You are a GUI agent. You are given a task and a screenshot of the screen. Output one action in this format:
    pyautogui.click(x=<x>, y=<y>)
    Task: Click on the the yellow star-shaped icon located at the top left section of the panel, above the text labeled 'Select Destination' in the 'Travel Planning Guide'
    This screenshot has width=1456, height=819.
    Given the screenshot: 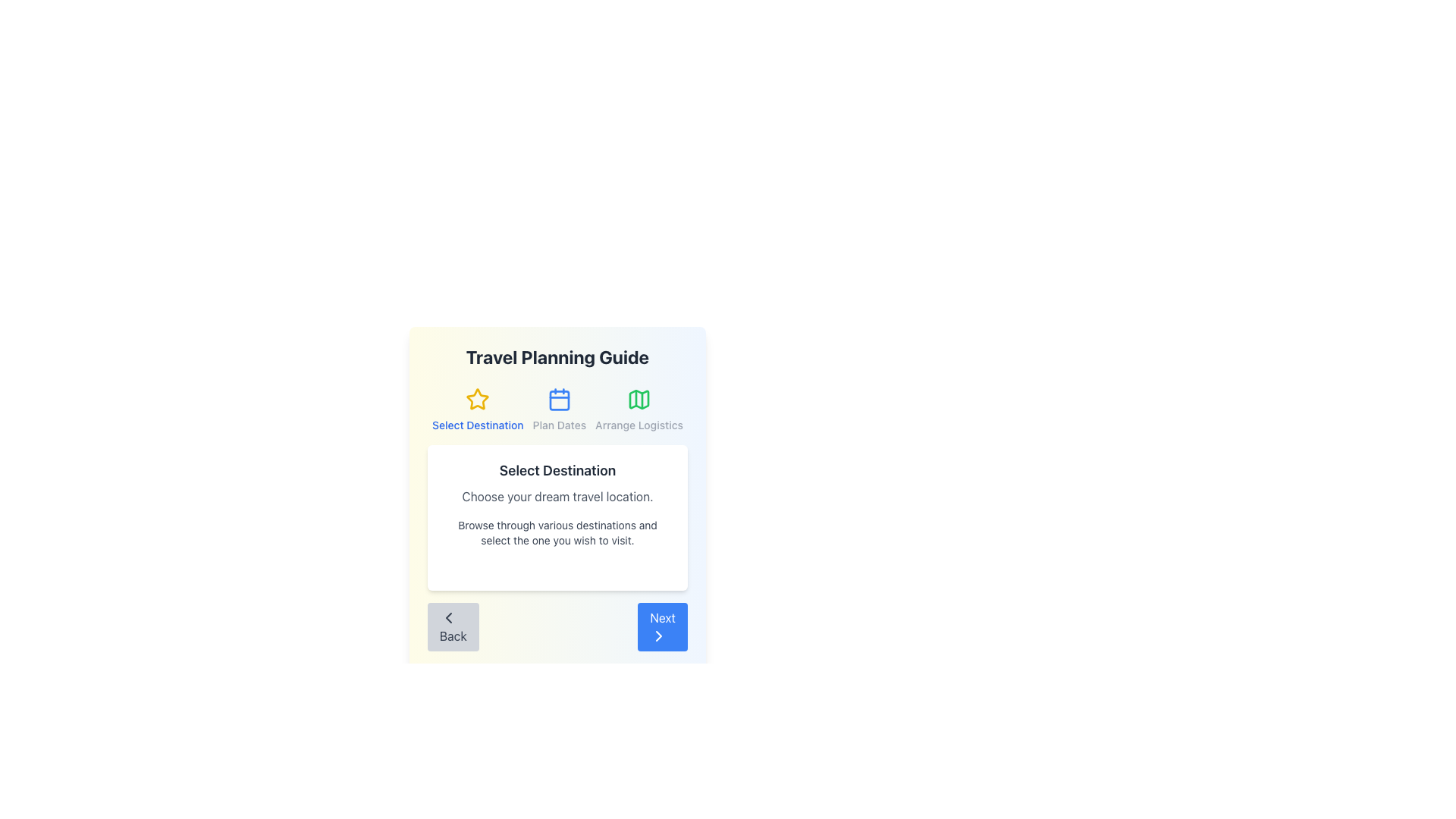 What is the action you would take?
    pyautogui.click(x=476, y=397)
    